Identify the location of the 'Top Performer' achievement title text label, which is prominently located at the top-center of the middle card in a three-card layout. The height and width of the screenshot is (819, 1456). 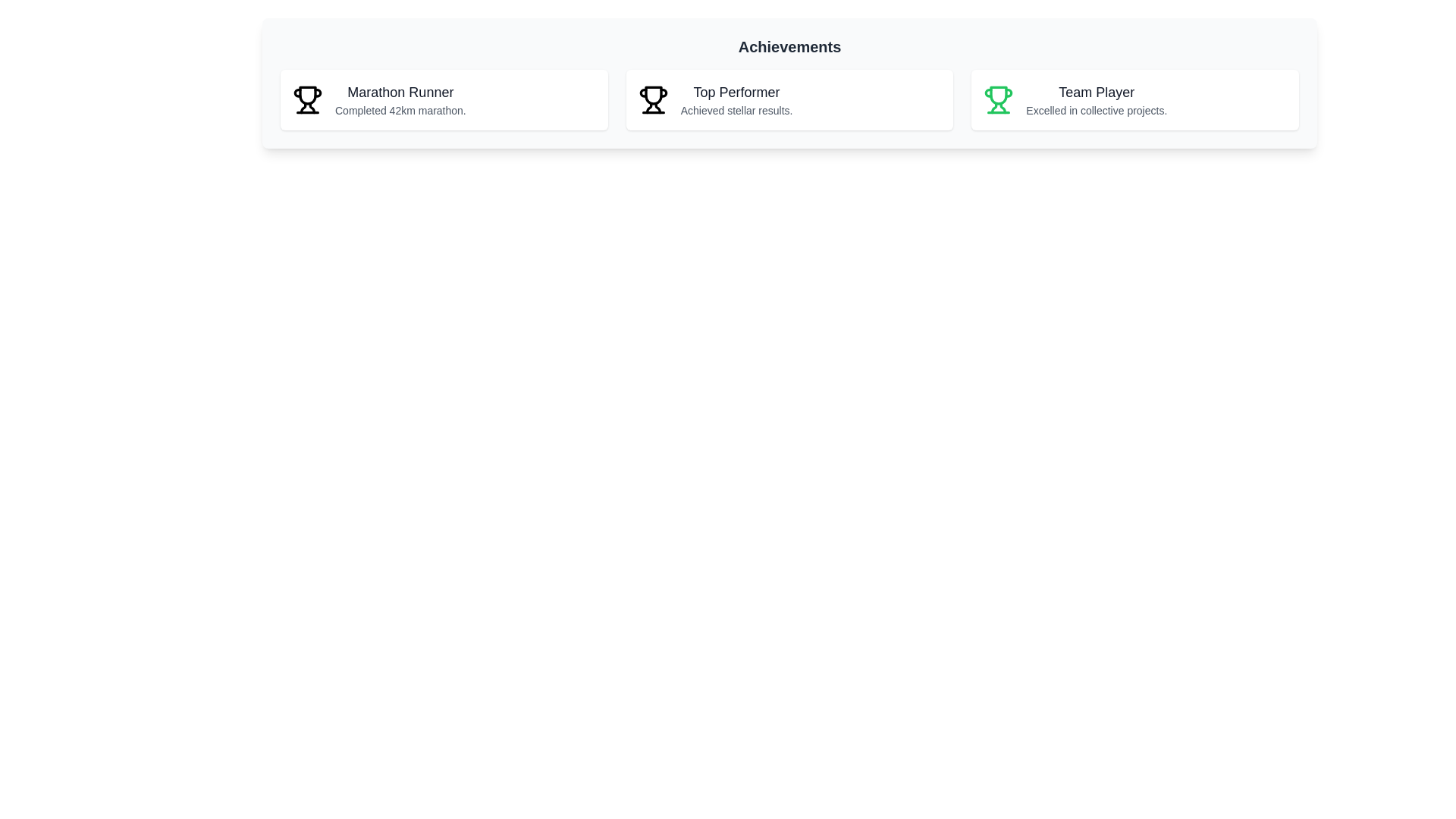
(736, 93).